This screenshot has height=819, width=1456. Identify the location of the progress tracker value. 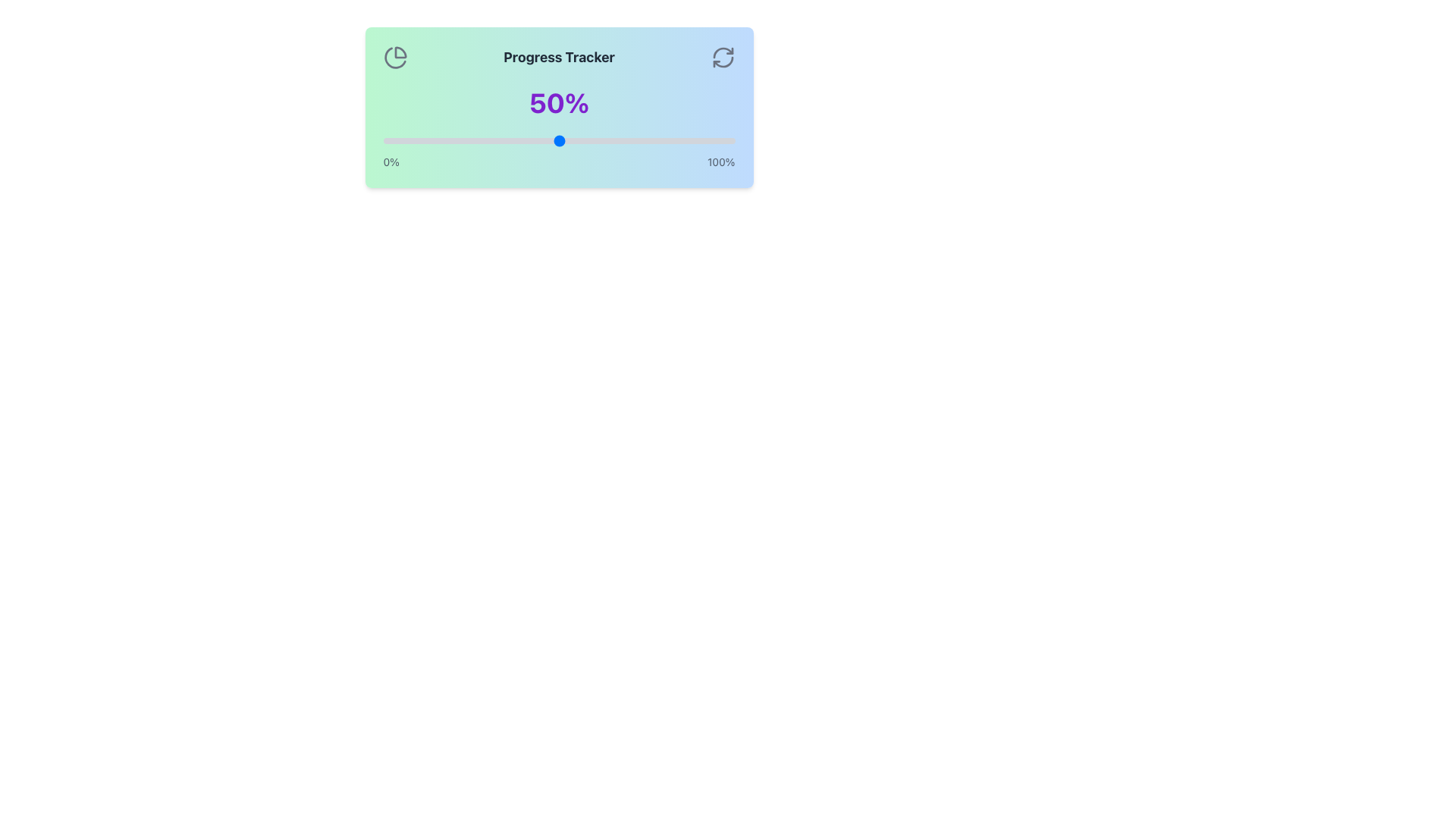
(513, 140).